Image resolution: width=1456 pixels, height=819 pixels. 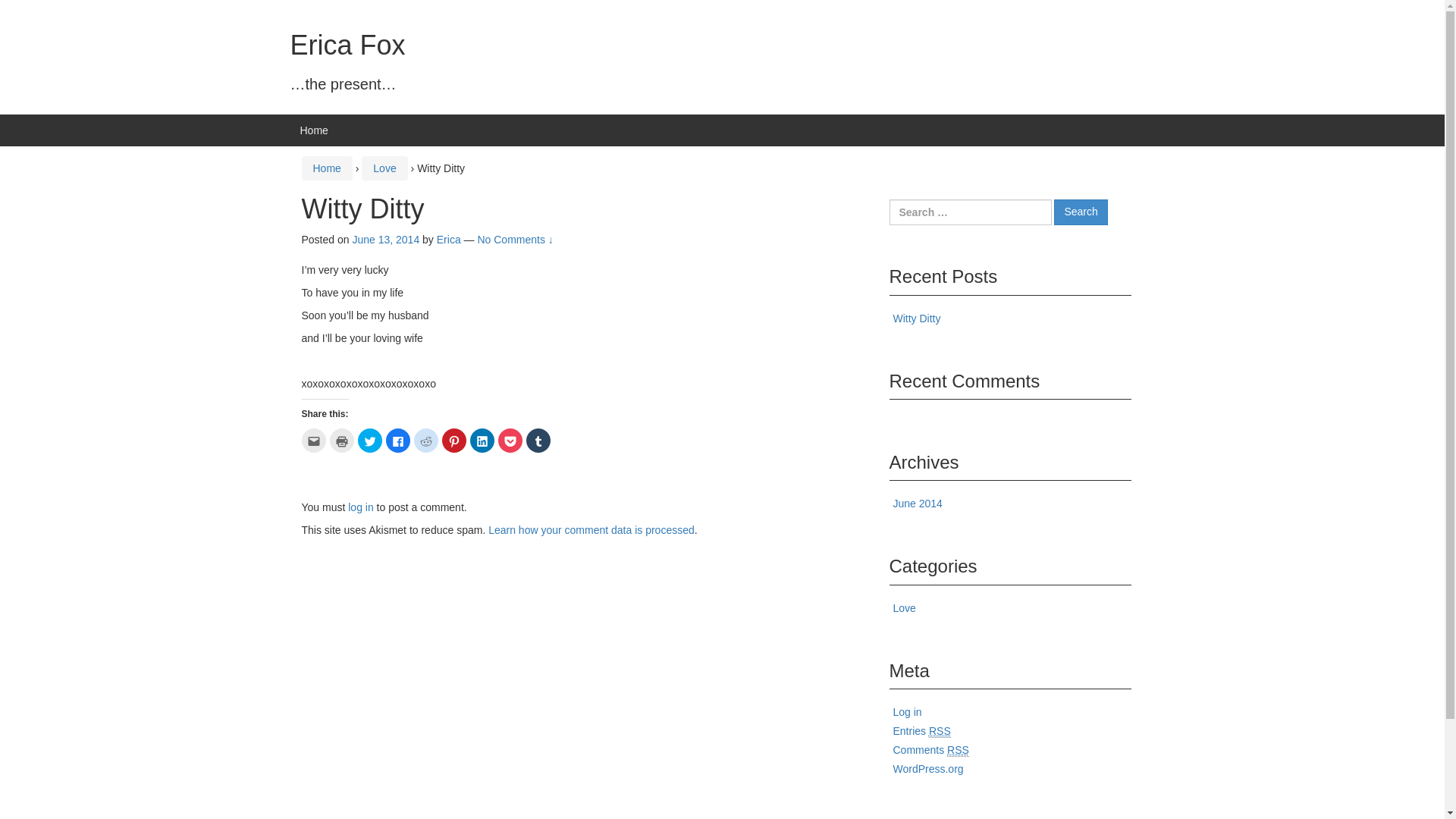 What do you see at coordinates (359, 507) in the screenshot?
I see `'log in'` at bounding box center [359, 507].